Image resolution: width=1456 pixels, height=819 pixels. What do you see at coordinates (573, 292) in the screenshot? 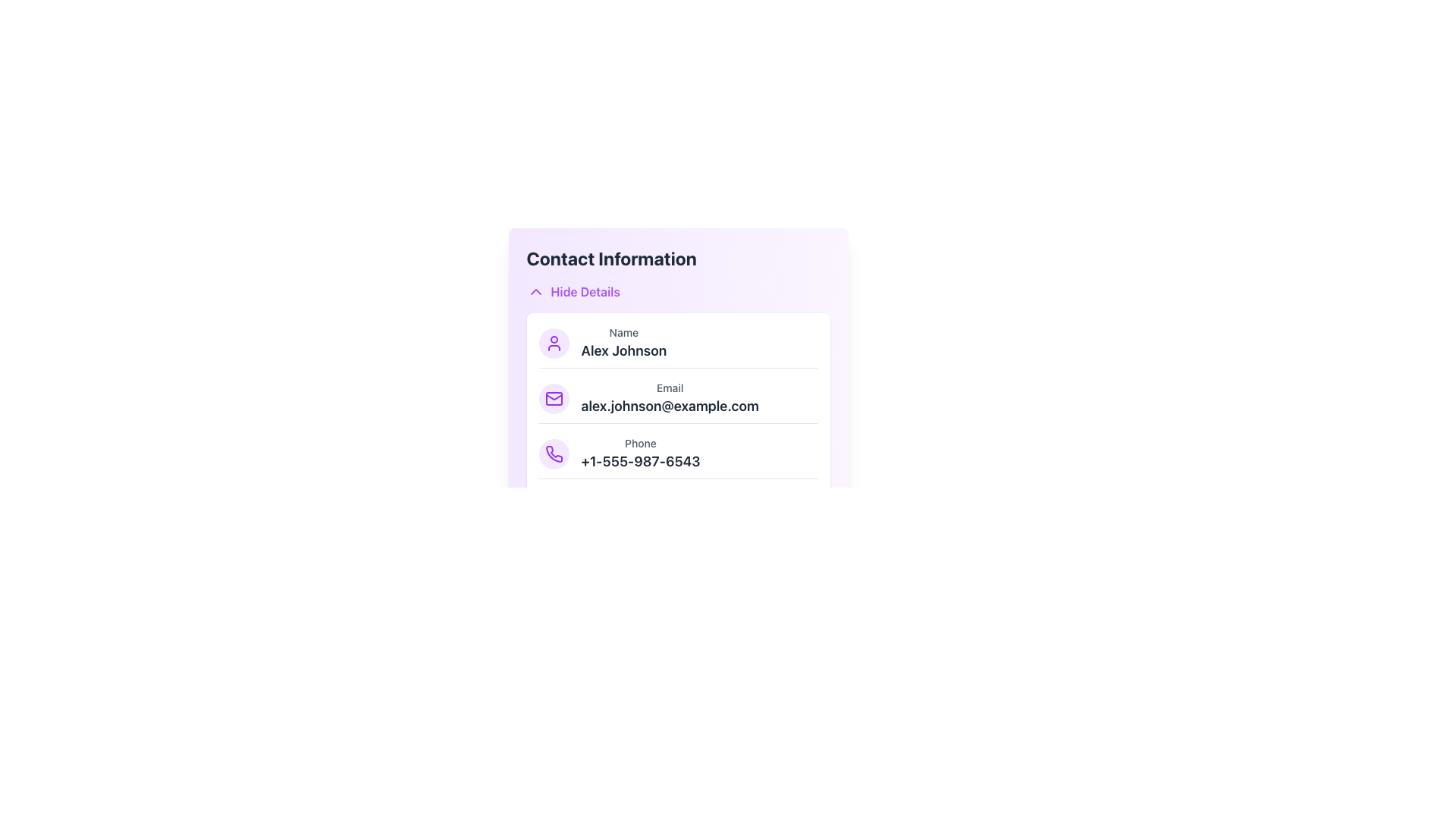
I see `the button located below the 'Contact Information' header` at bounding box center [573, 292].